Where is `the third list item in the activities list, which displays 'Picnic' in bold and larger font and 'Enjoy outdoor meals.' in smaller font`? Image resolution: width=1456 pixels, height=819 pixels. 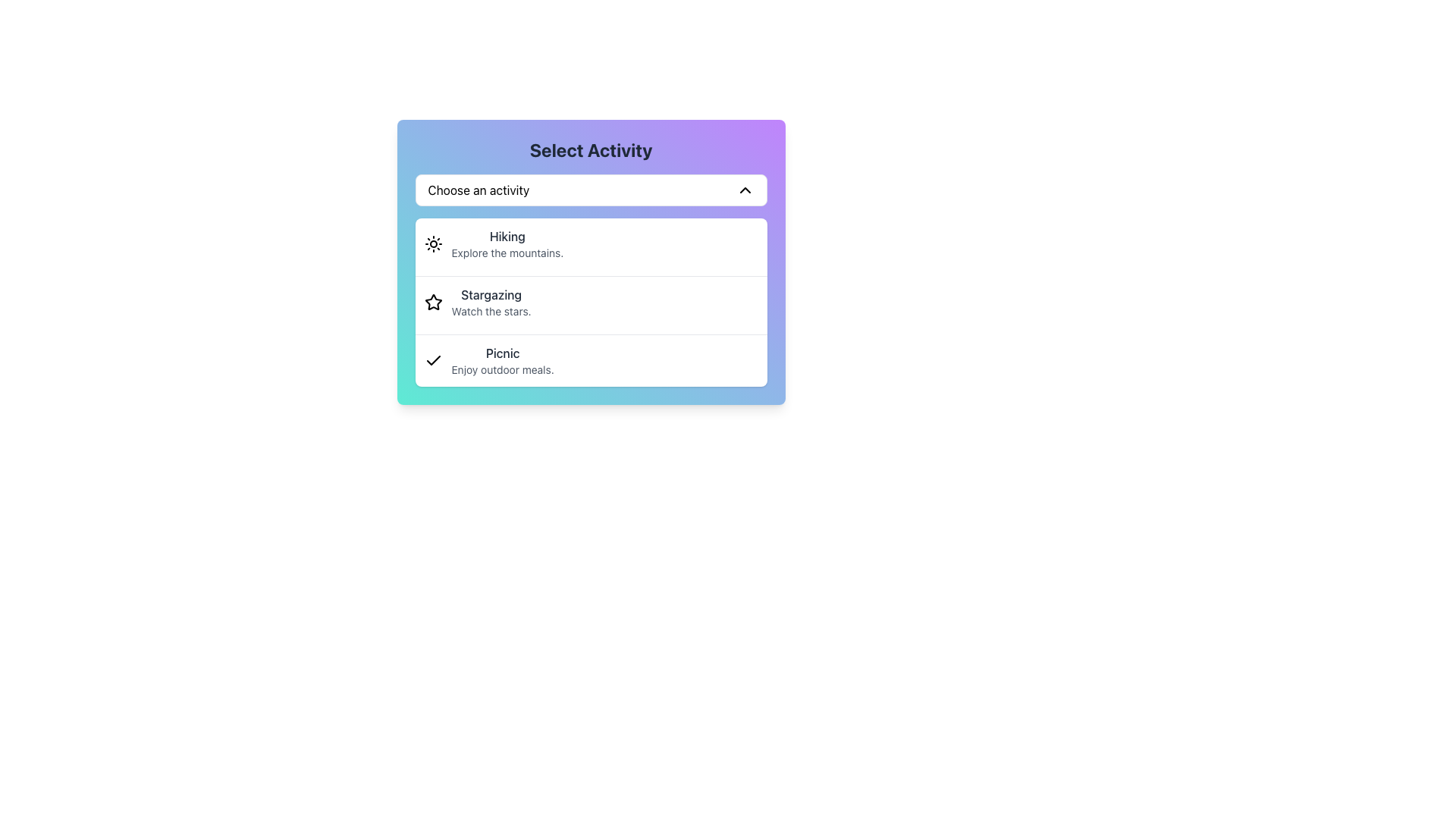
the third list item in the activities list, which displays 'Picnic' in bold and larger font and 'Enjoy outdoor meals.' in smaller font is located at coordinates (503, 360).